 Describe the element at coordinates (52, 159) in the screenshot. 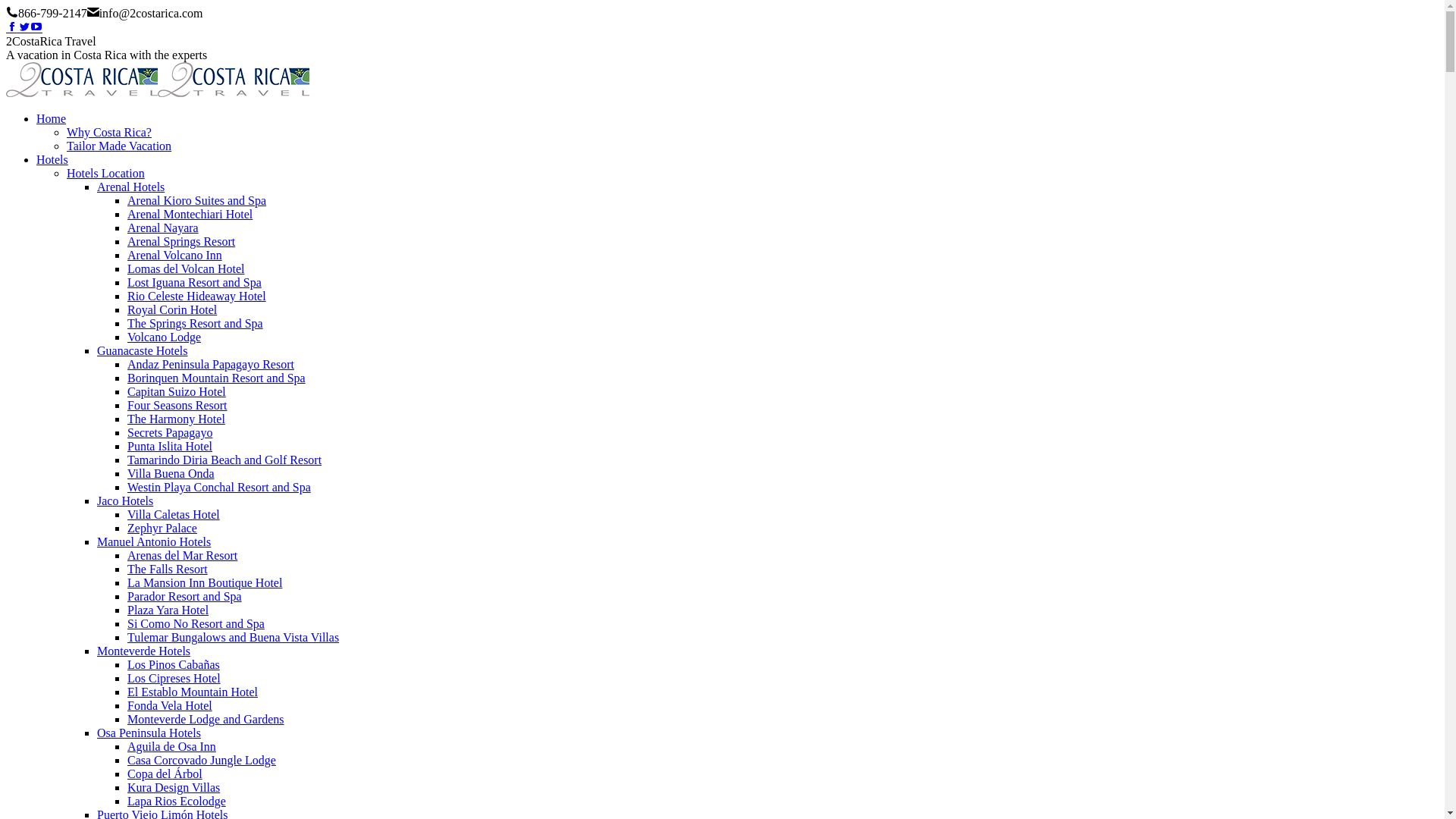

I see `'Hotels'` at that location.